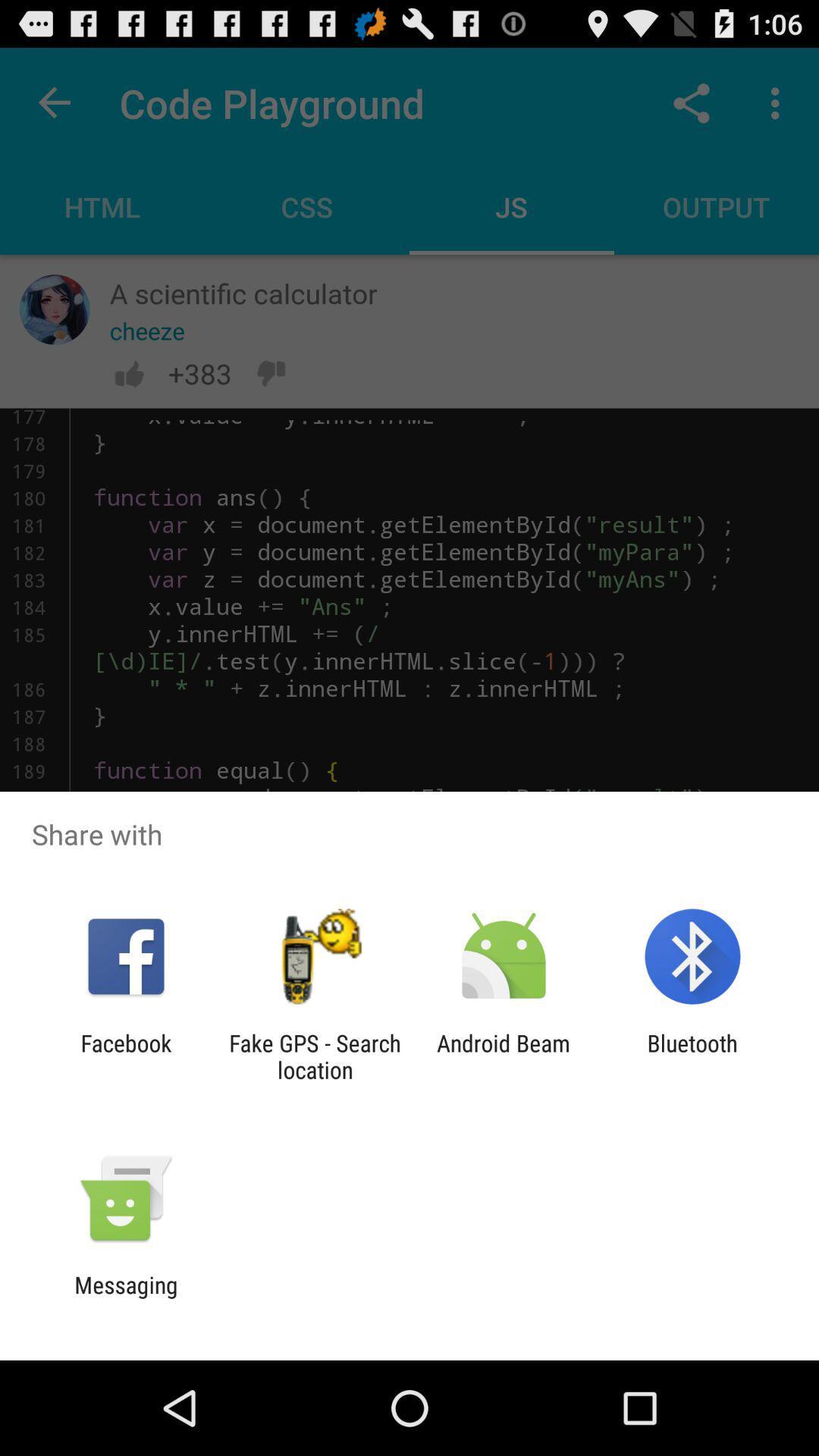  I want to click on facebook, so click(125, 1056).